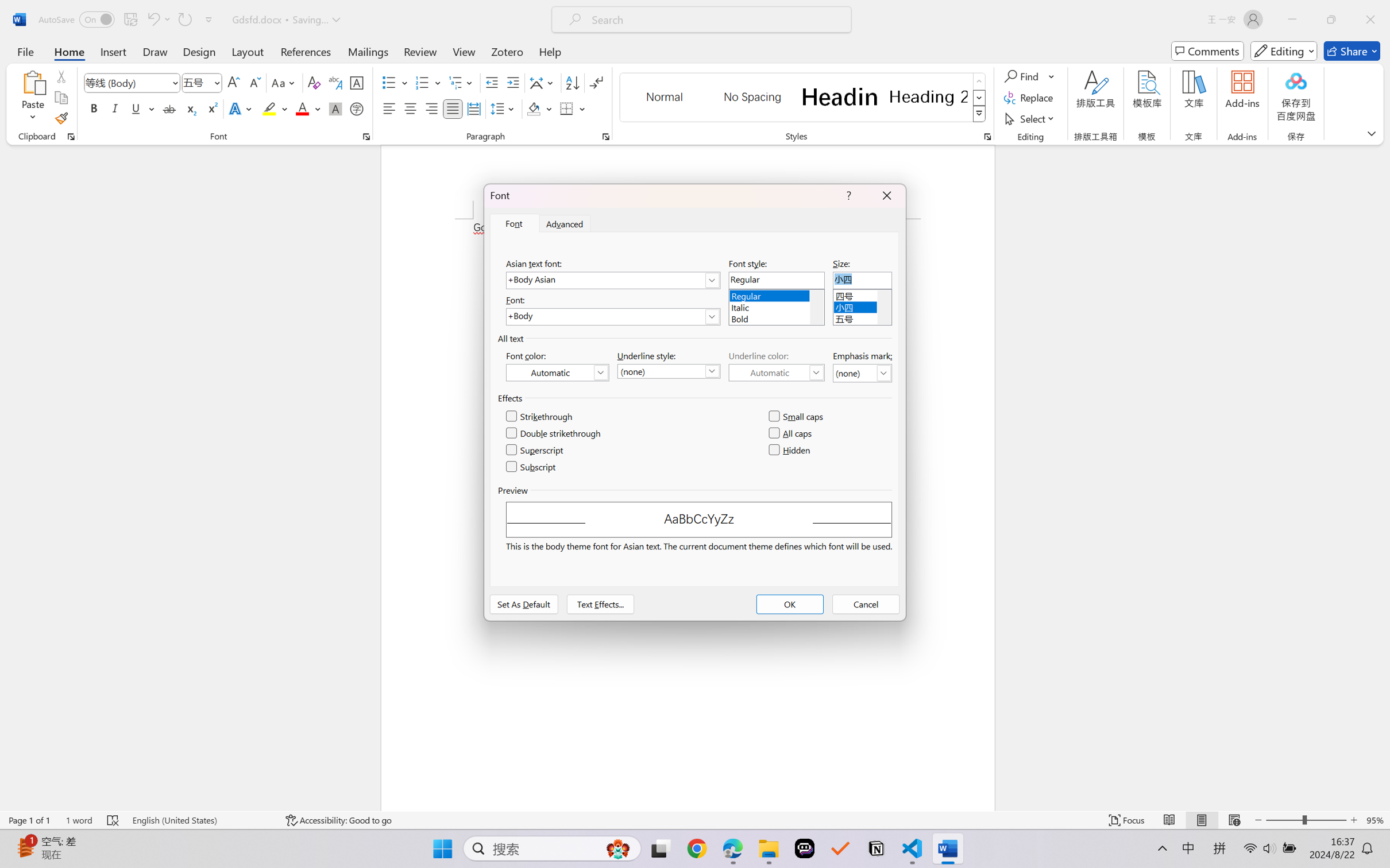 This screenshot has width=1390, height=868. Describe the element at coordinates (862, 280) in the screenshot. I see `'Size:'` at that location.